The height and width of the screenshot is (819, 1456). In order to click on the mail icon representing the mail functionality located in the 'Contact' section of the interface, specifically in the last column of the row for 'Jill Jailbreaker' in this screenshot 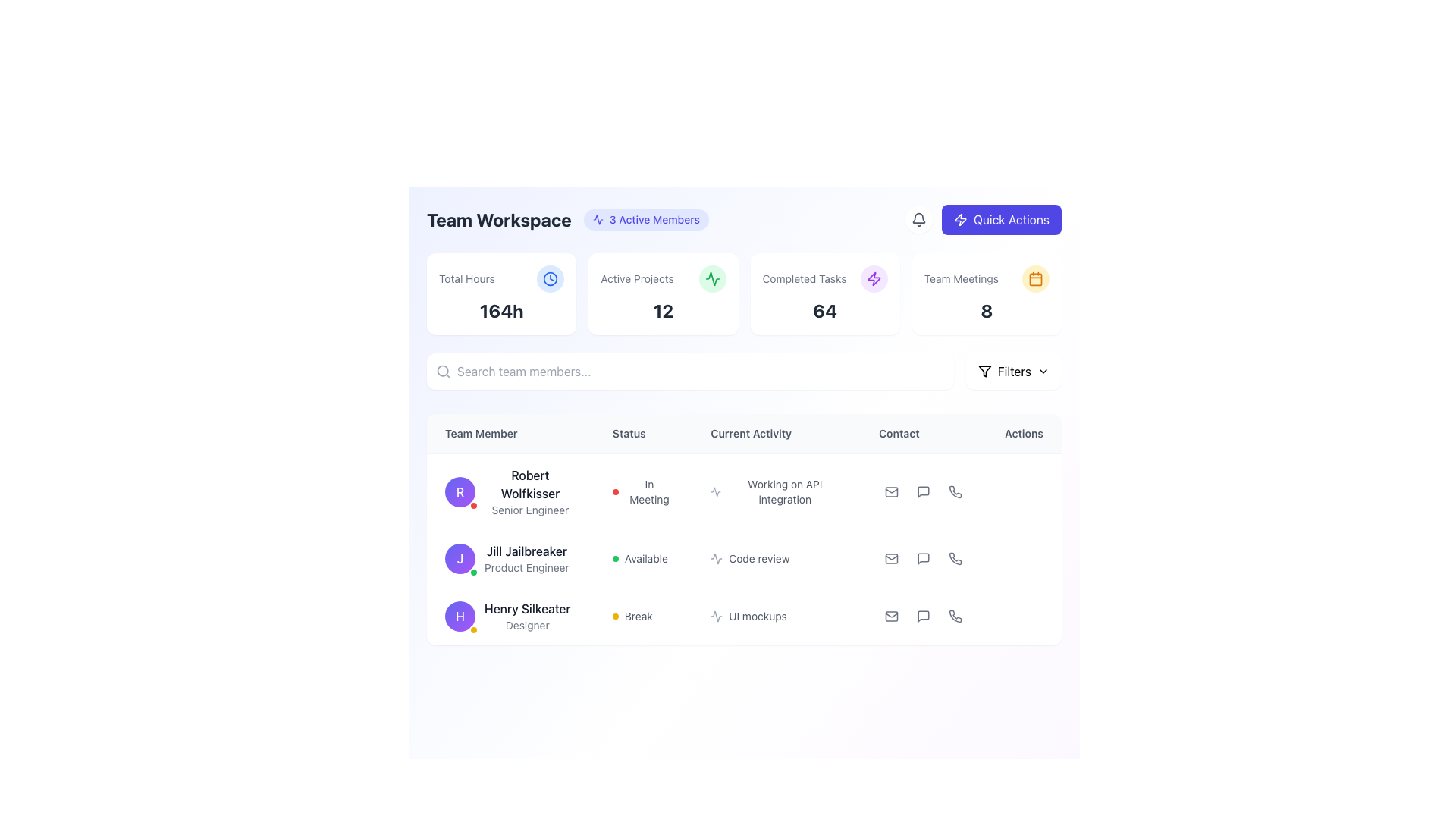, I will do `click(892, 558)`.